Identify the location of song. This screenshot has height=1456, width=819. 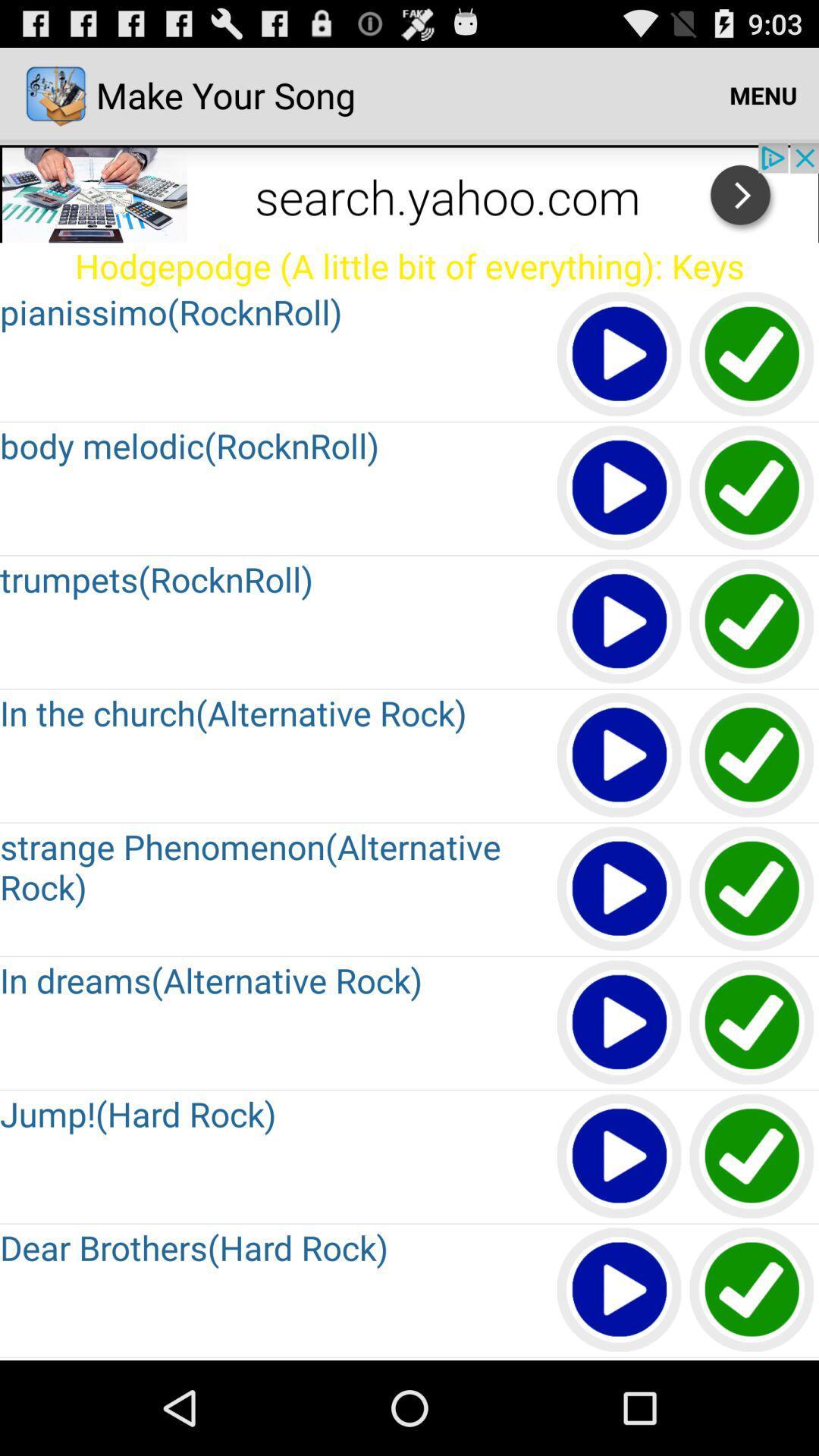
(752, 488).